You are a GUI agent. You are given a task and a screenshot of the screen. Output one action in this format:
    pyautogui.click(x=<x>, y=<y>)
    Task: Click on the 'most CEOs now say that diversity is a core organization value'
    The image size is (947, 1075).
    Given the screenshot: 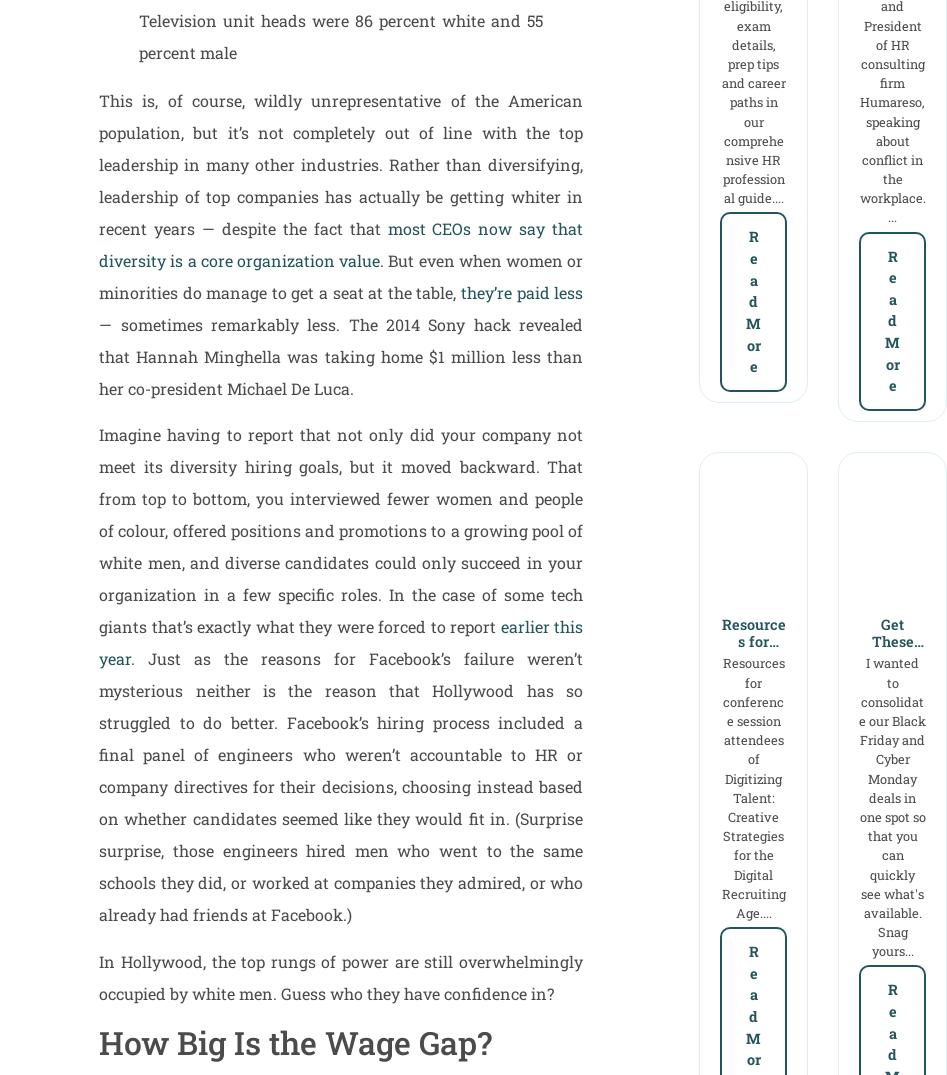 What is the action you would take?
    pyautogui.click(x=340, y=242)
    